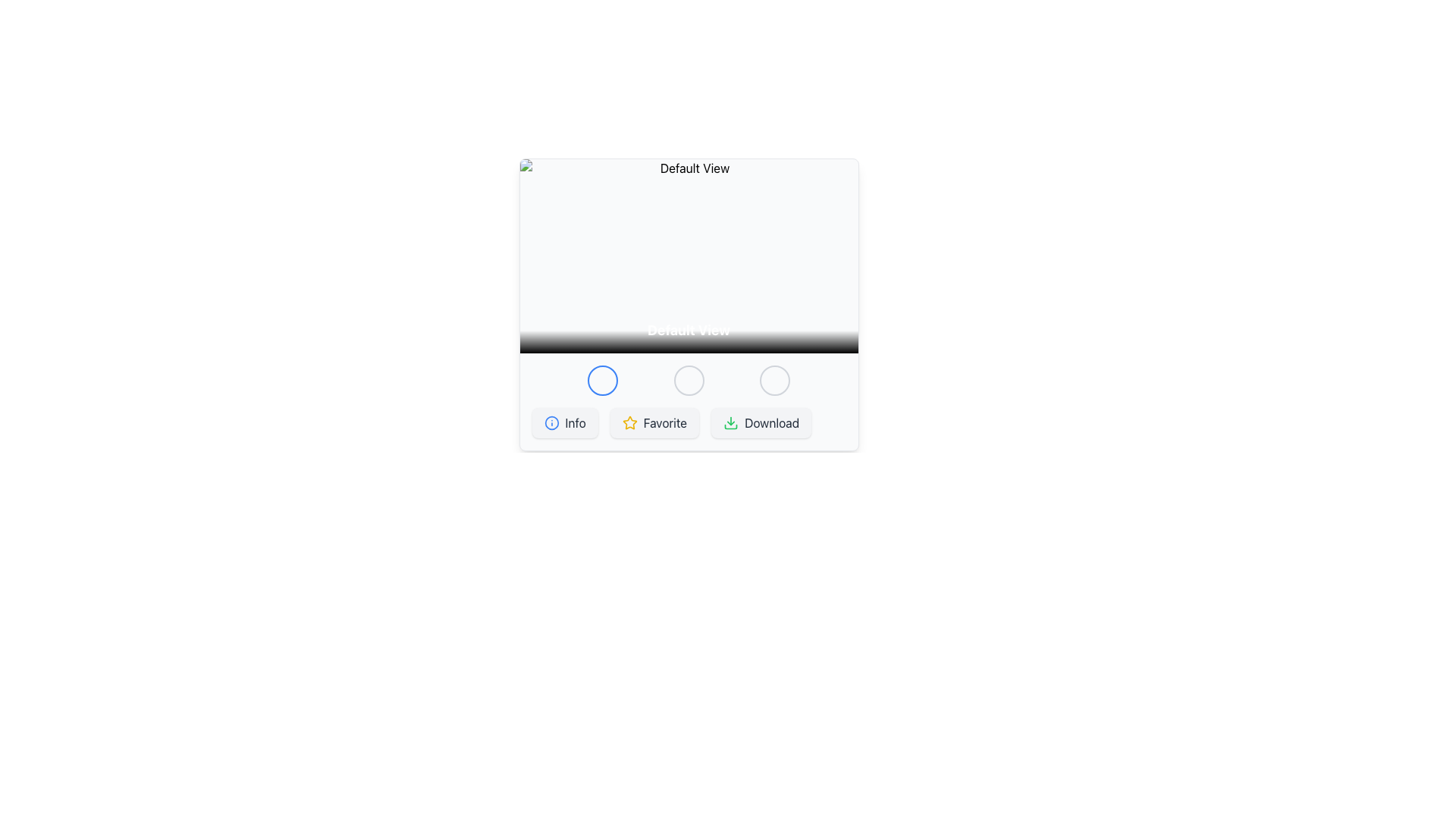 The width and height of the screenshot is (1456, 819). What do you see at coordinates (654, 423) in the screenshot?
I see `the second button in a row of three buttons below the main content area` at bounding box center [654, 423].